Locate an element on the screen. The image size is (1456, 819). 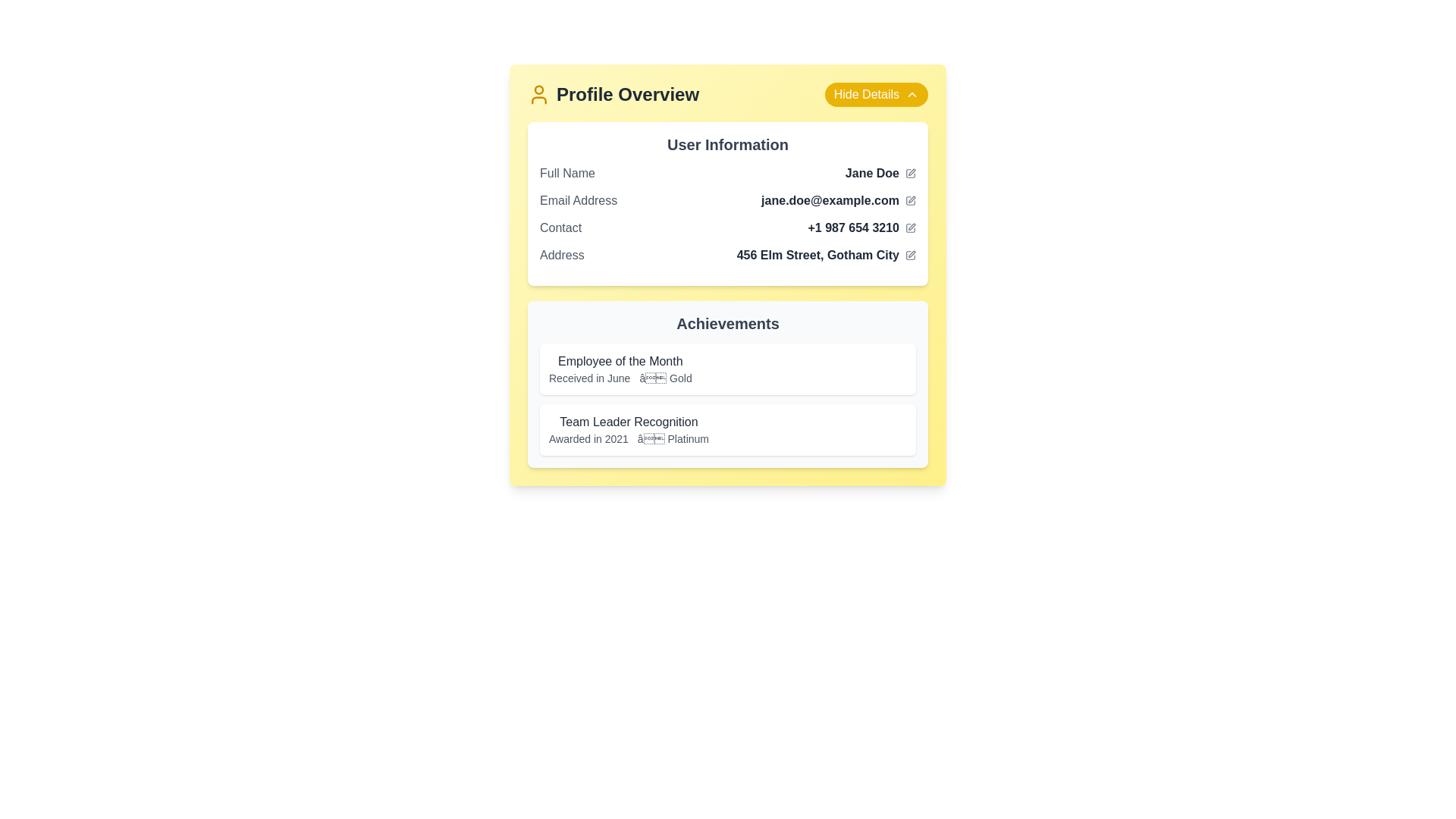
the address information text displayed in the 'Address' section of the 'User Information' card, located to the right of the label 'Address' is located at coordinates (825, 254).